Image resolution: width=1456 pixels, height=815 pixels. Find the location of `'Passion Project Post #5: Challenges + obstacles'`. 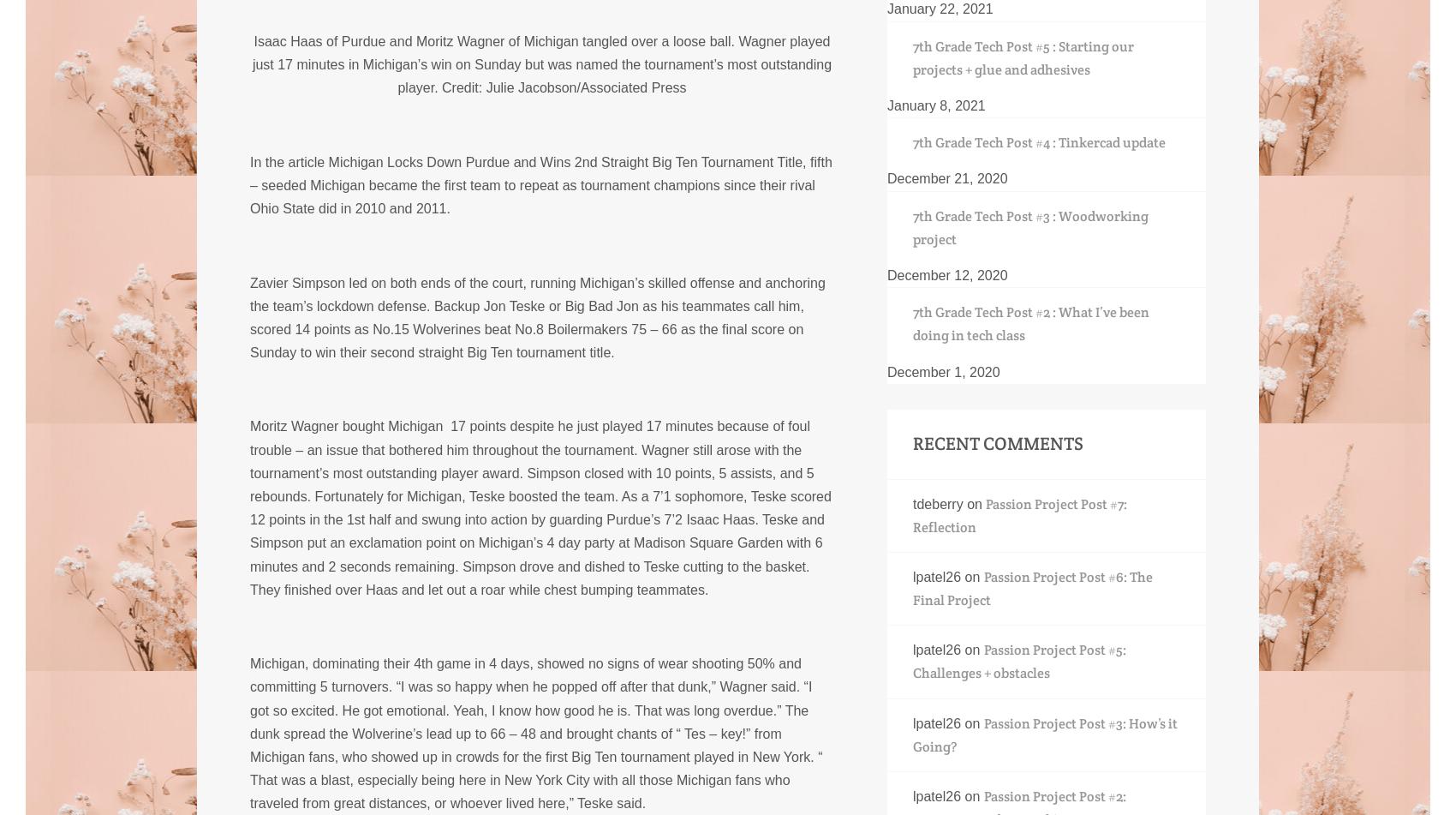

'Passion Project Post #5: Challenges + obstacles' is located at coordinates (1018, 661).